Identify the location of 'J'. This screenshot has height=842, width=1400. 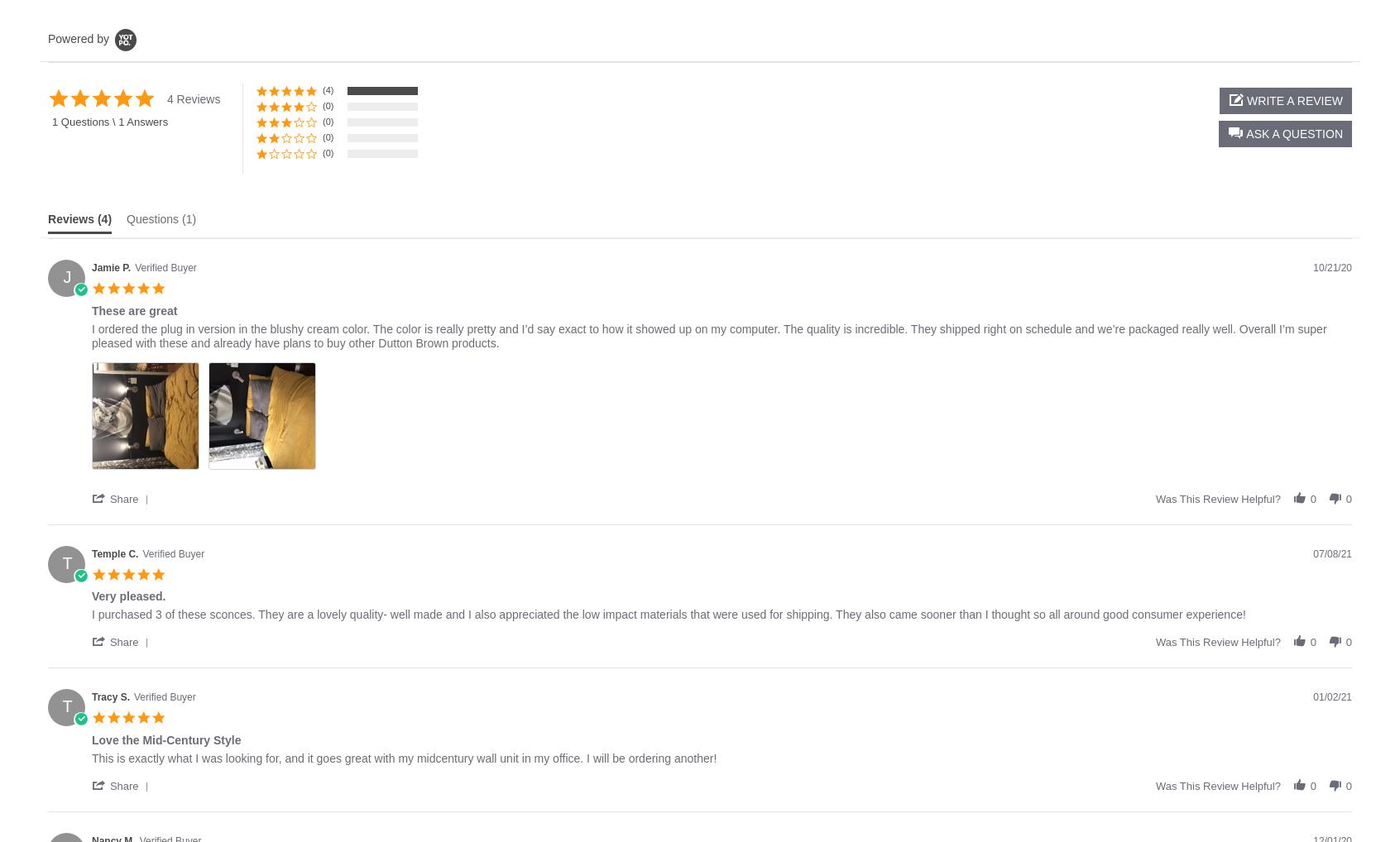
(67, 276).